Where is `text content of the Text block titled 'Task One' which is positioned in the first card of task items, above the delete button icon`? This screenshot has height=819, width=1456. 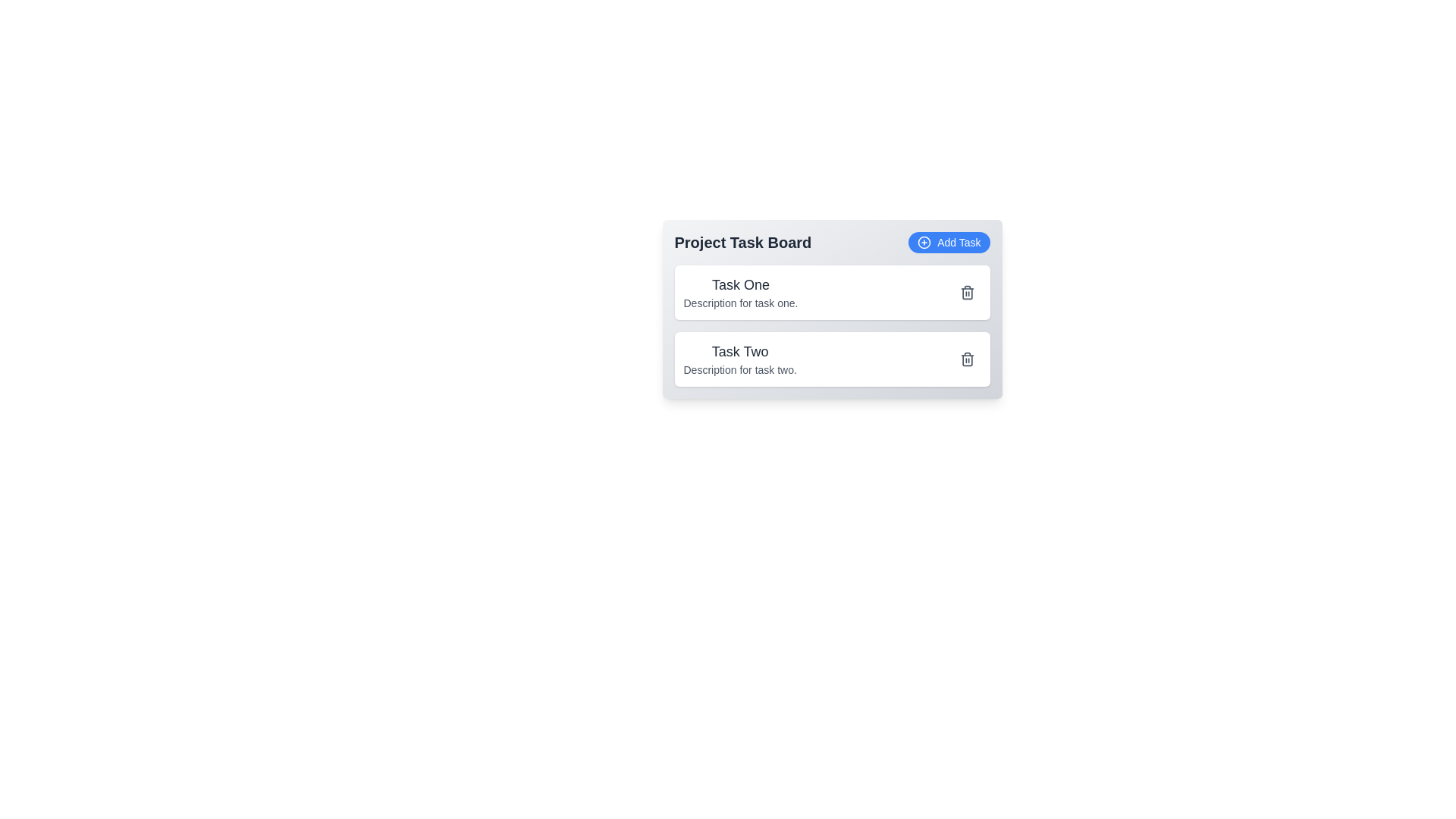
text content of the Text block titled 'Task One' which is positioned in the first card of task items, above the delete button icon is located at coordinates (740, 292).